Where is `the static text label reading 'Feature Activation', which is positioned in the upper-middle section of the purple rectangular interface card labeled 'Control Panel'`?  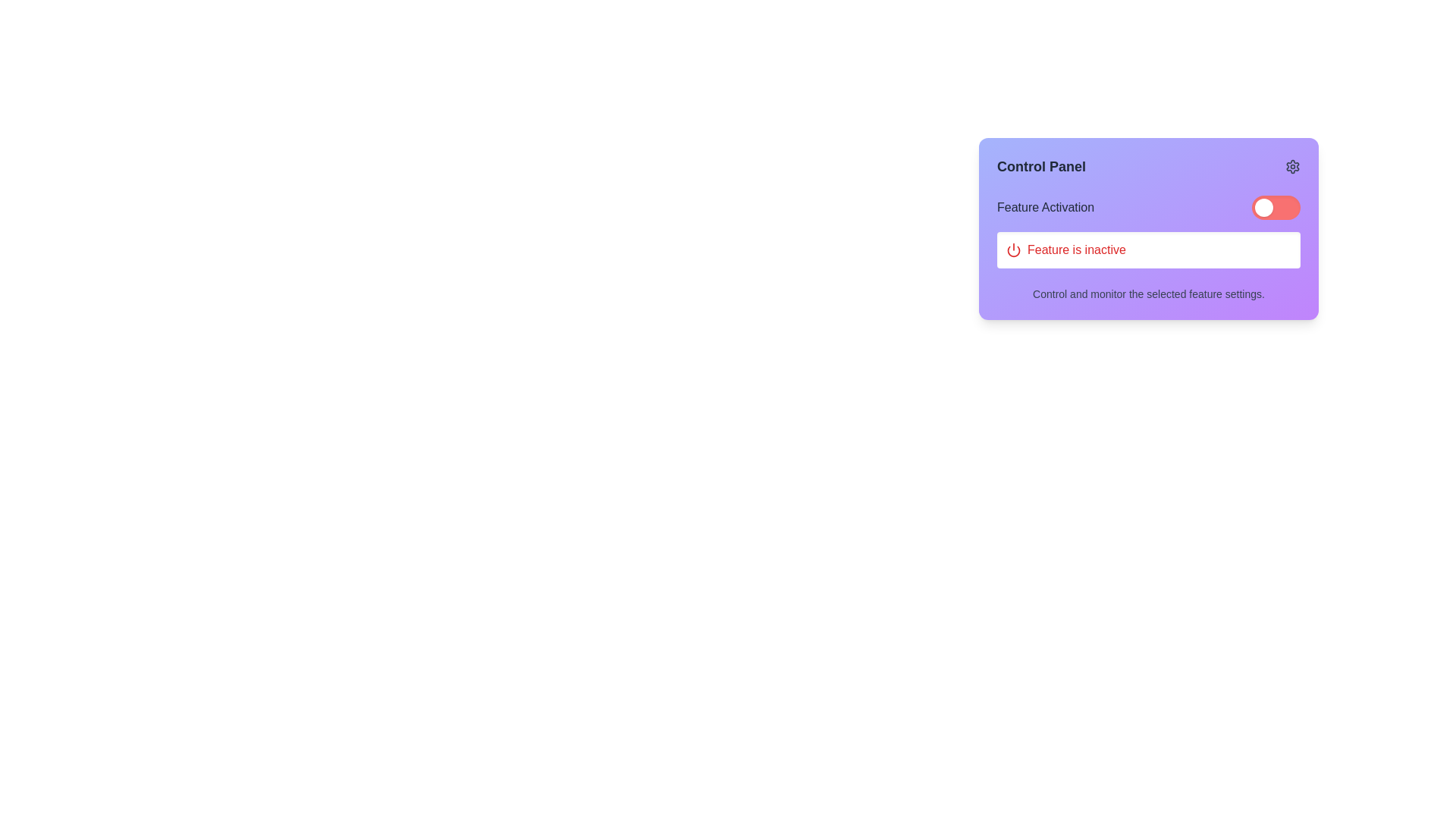 the static text label reading 'Feature Activation', which is positioned in the upper-middle section of the purple rectangular interface card labeled 'Control Panel' is located at coordinates (1044, 207).